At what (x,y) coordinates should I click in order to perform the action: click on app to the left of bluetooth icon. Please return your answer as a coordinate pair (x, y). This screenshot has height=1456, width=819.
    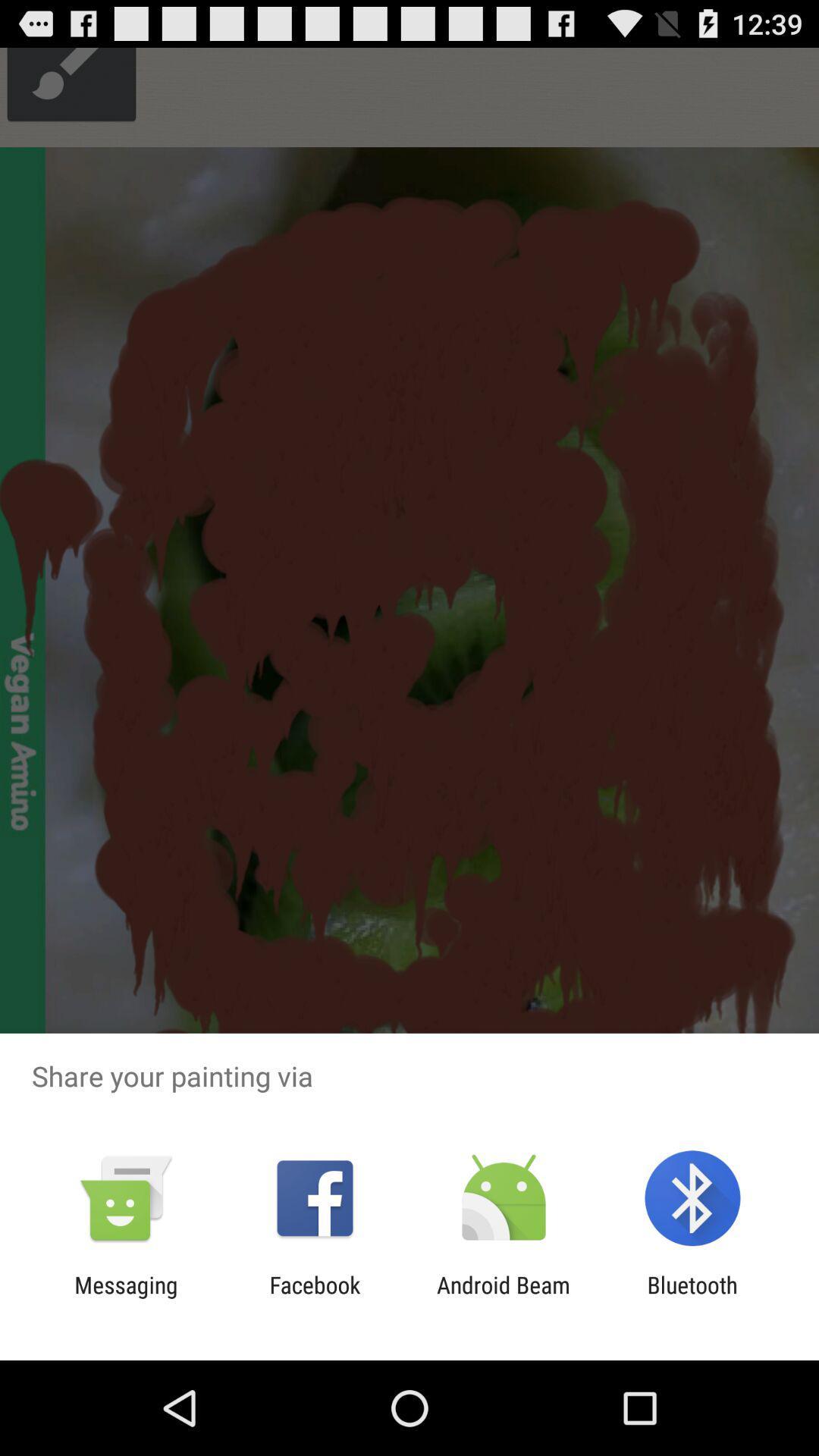
    Looking at the image, I should click on (504, 1298).